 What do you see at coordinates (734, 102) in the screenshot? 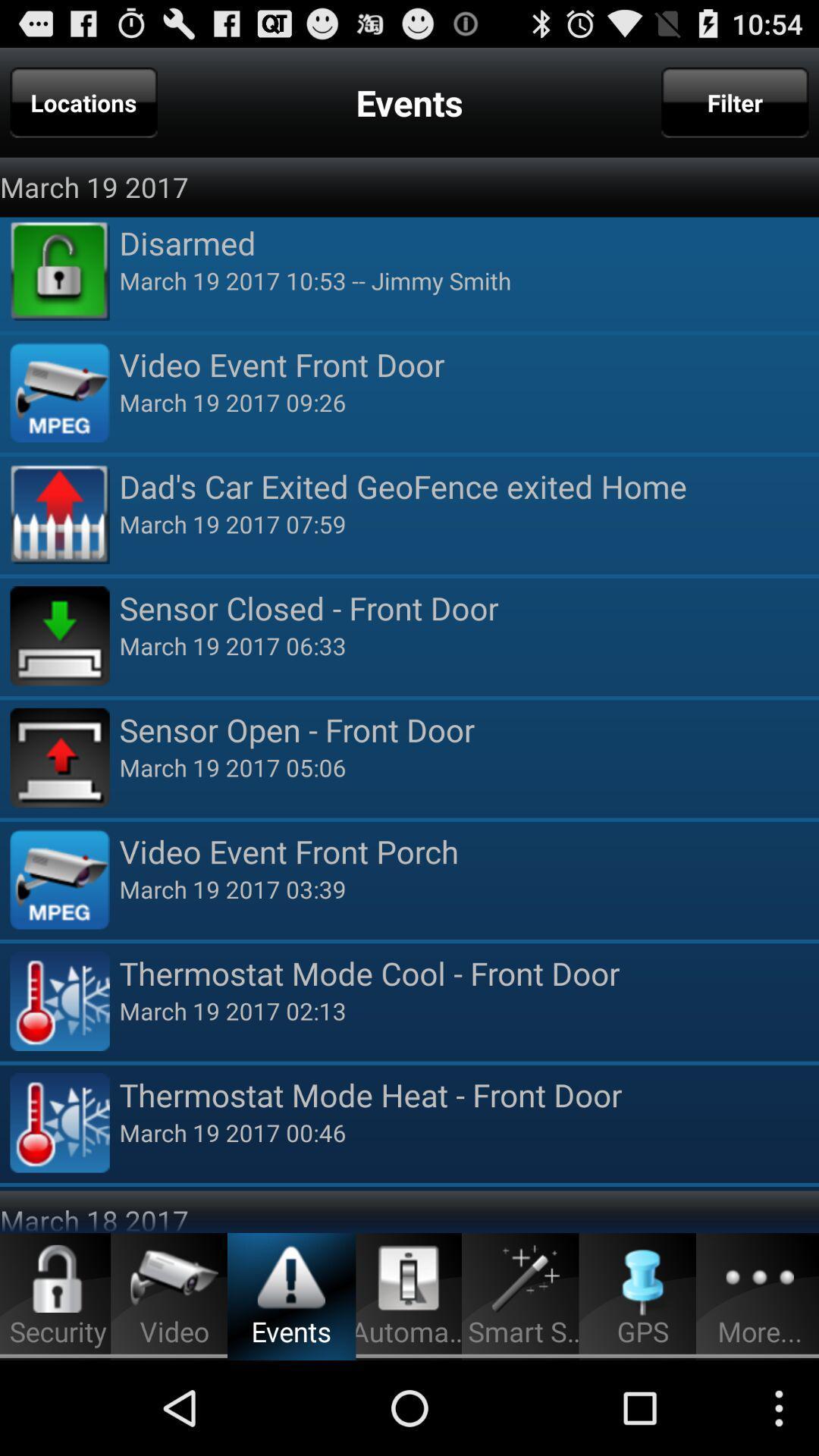
I see `the app above the disarmed` at bounding box center [734, 102].